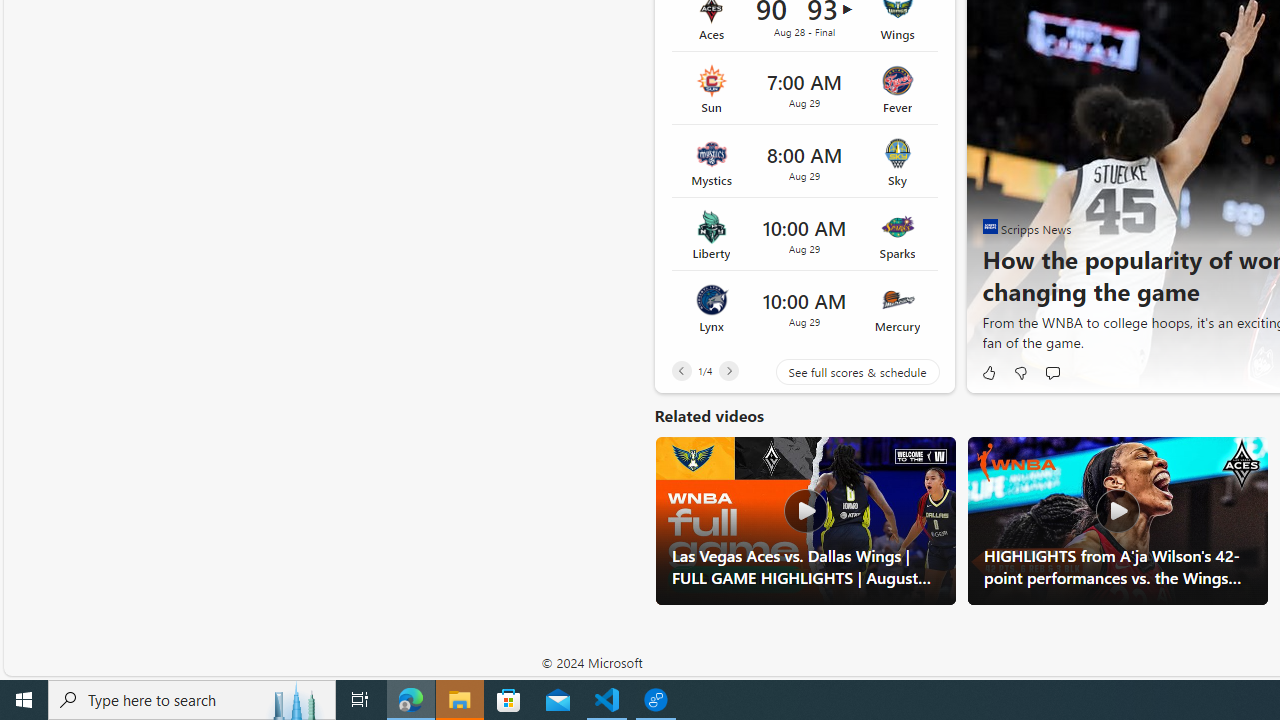  I want to click on 'Previous', so click(681, 370).